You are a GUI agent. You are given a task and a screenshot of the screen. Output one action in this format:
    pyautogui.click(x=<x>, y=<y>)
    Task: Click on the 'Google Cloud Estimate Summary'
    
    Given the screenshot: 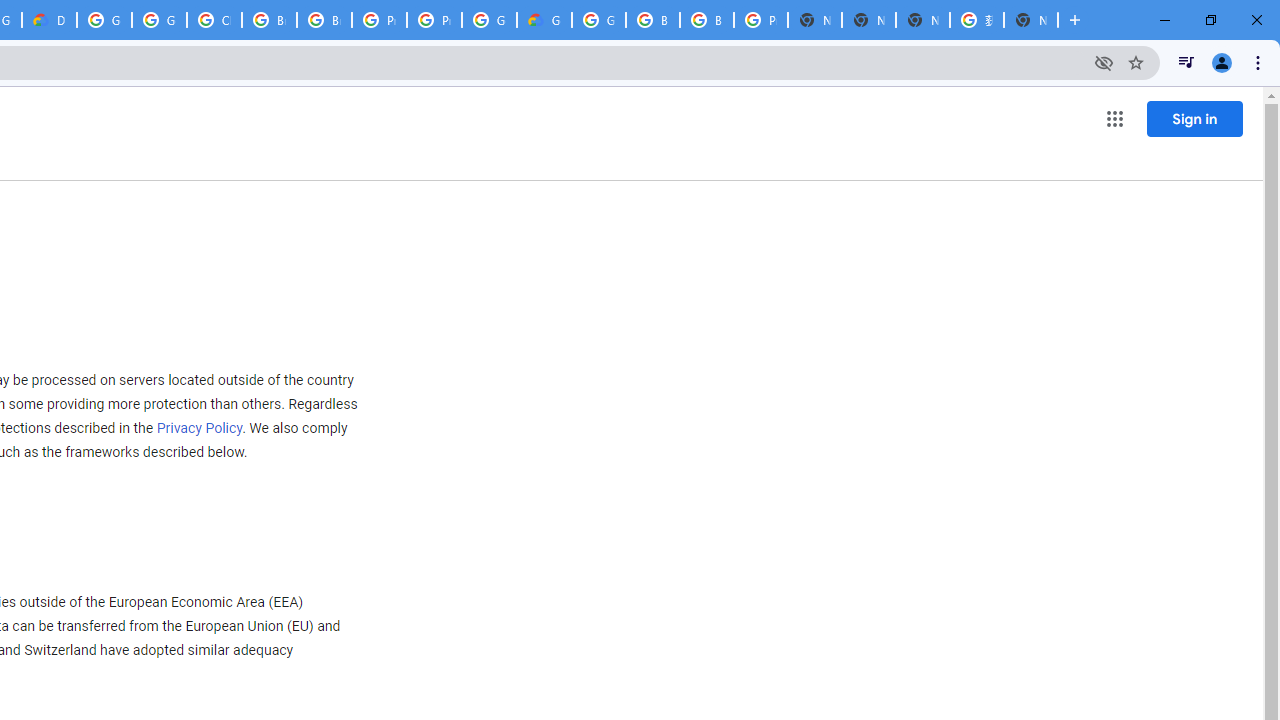 What is the action you would take?
    pyautogui.click(x=544, y=20)
    